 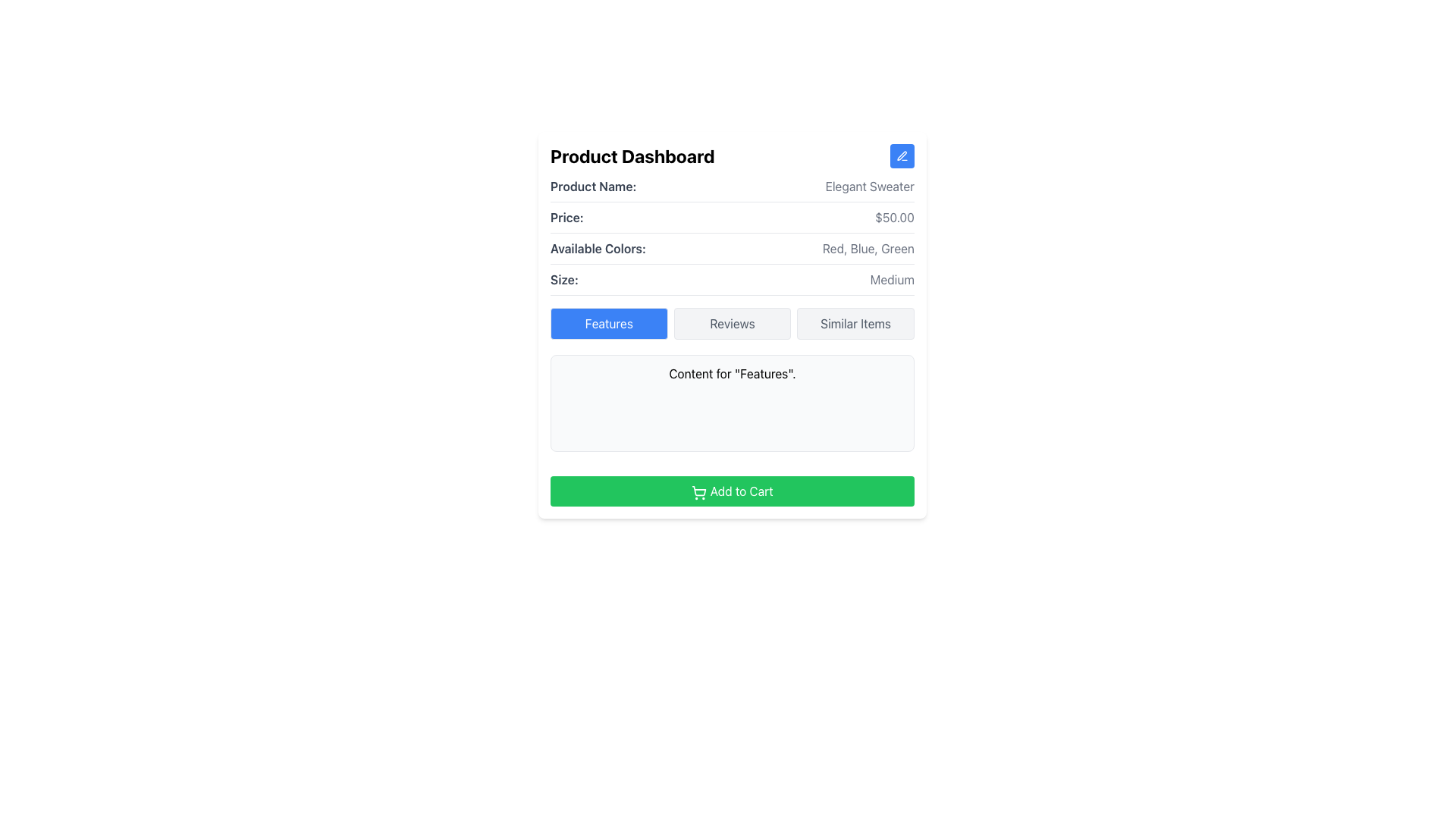 What do you see at coordinates (592, 186) in the screenshot?
I see `the bolded text label 'Product Name:' located in the top left area of the product details section, under the 'Product Dashboard' heading` at bounding box center [592, 186].